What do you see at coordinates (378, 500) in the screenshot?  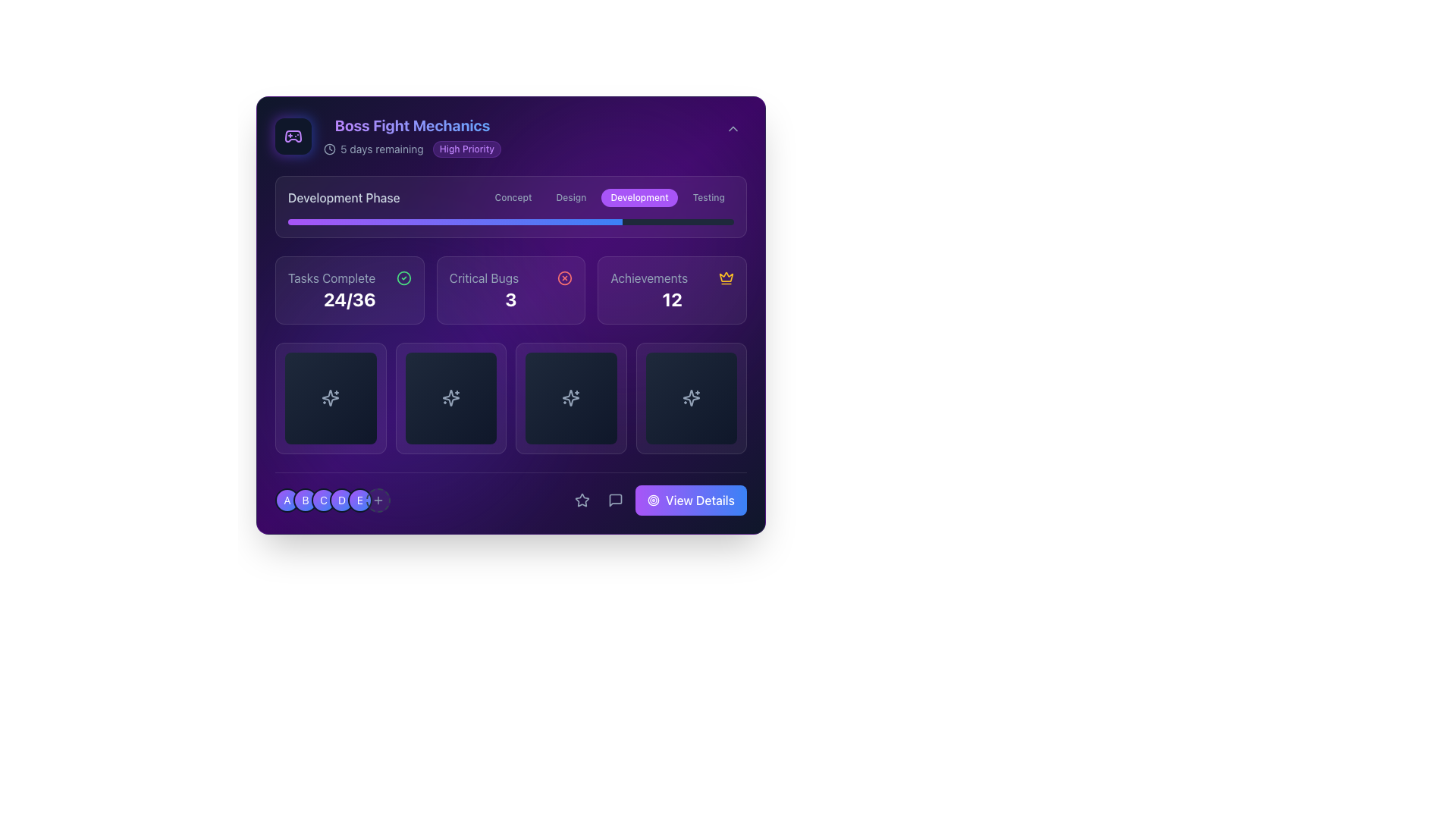 I see `the Icon button with a '+' symbol located at the bottom left corner of the panel` at bounding box center [378, 500].